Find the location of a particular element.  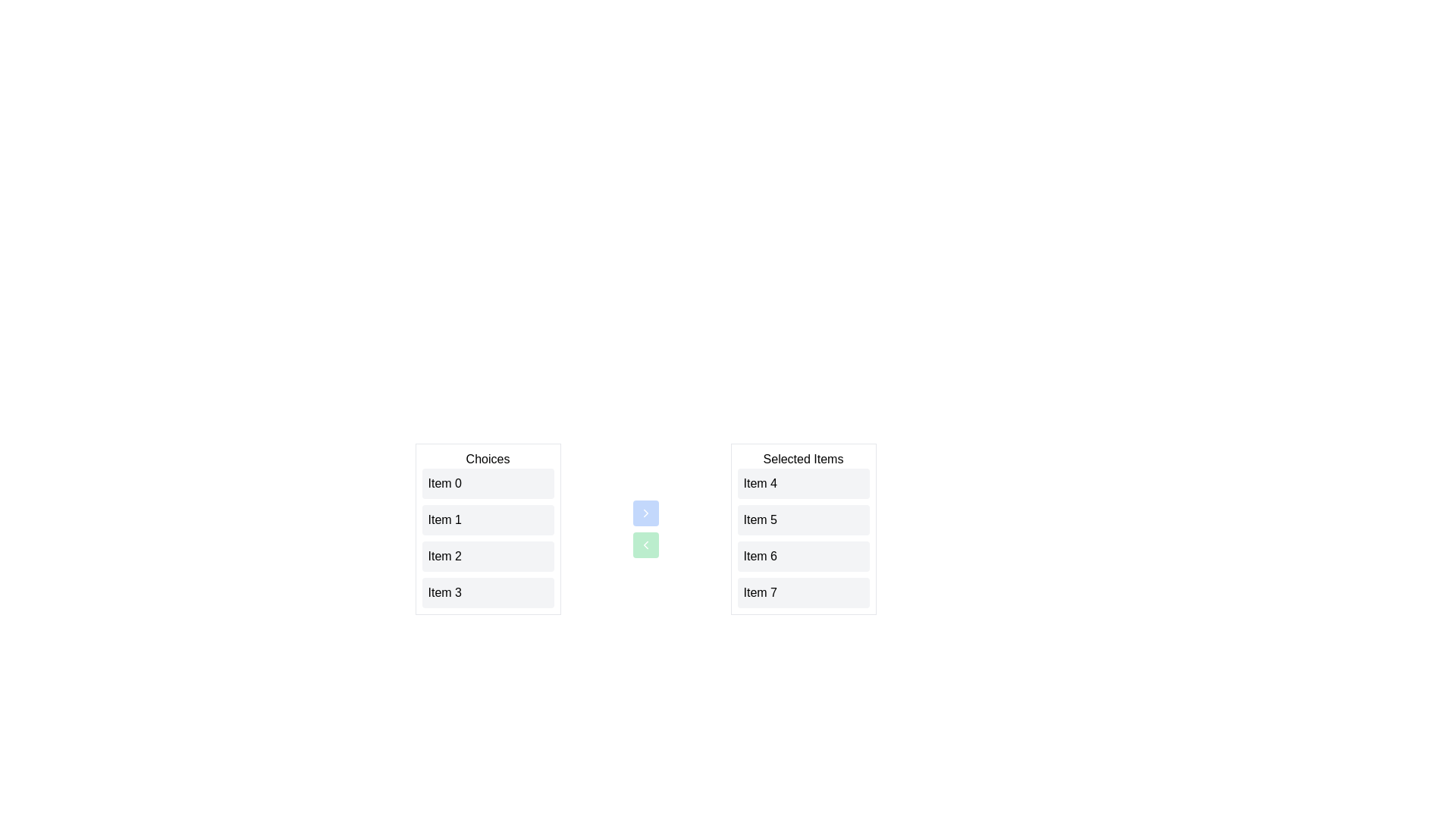

the list item in the 'Selected Items' section is located at coordinates (802, 537).